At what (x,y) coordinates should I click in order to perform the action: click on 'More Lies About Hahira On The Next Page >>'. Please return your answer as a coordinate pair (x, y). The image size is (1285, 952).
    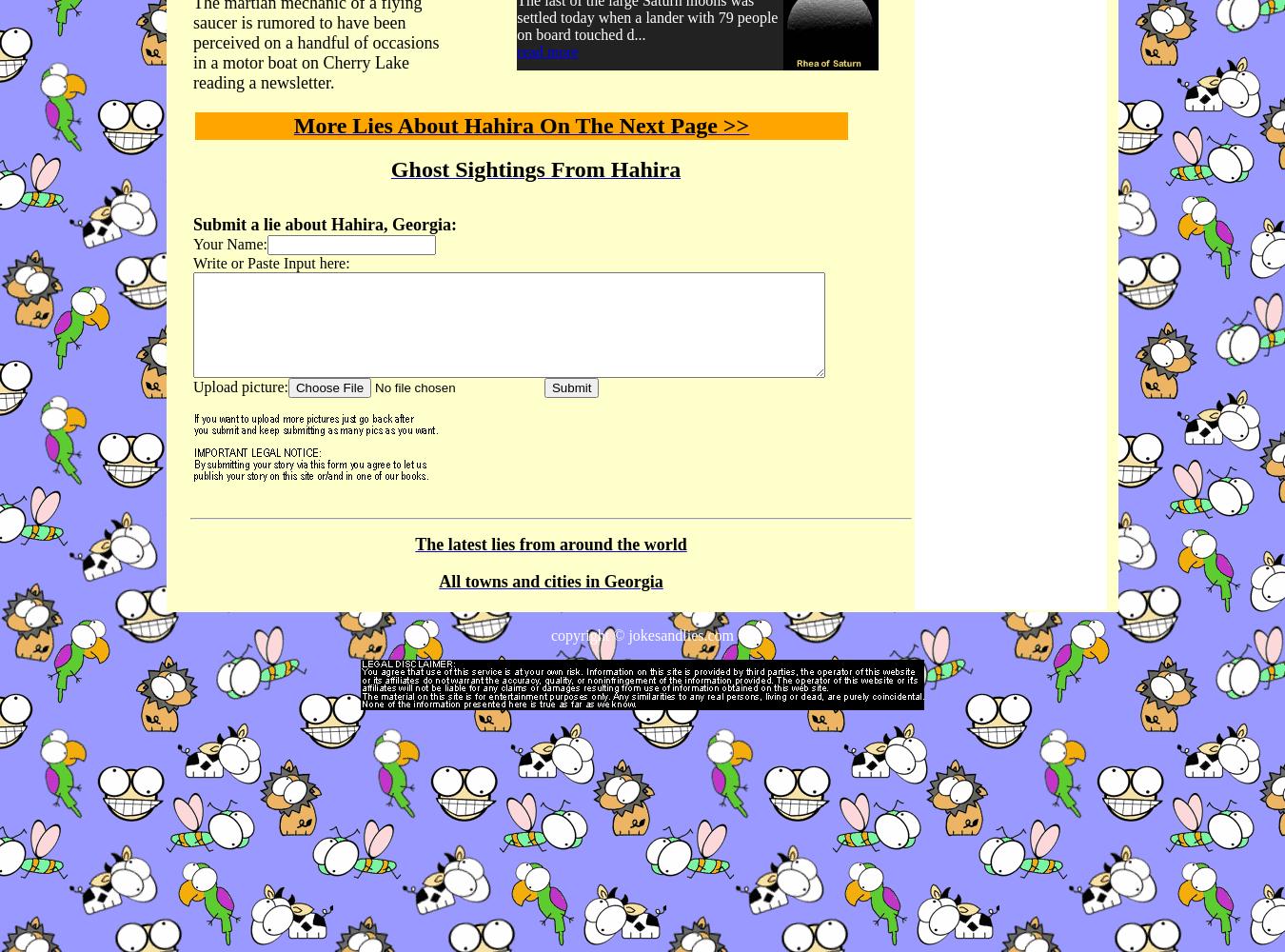
    Looking at the image, I should click on (520, 126).